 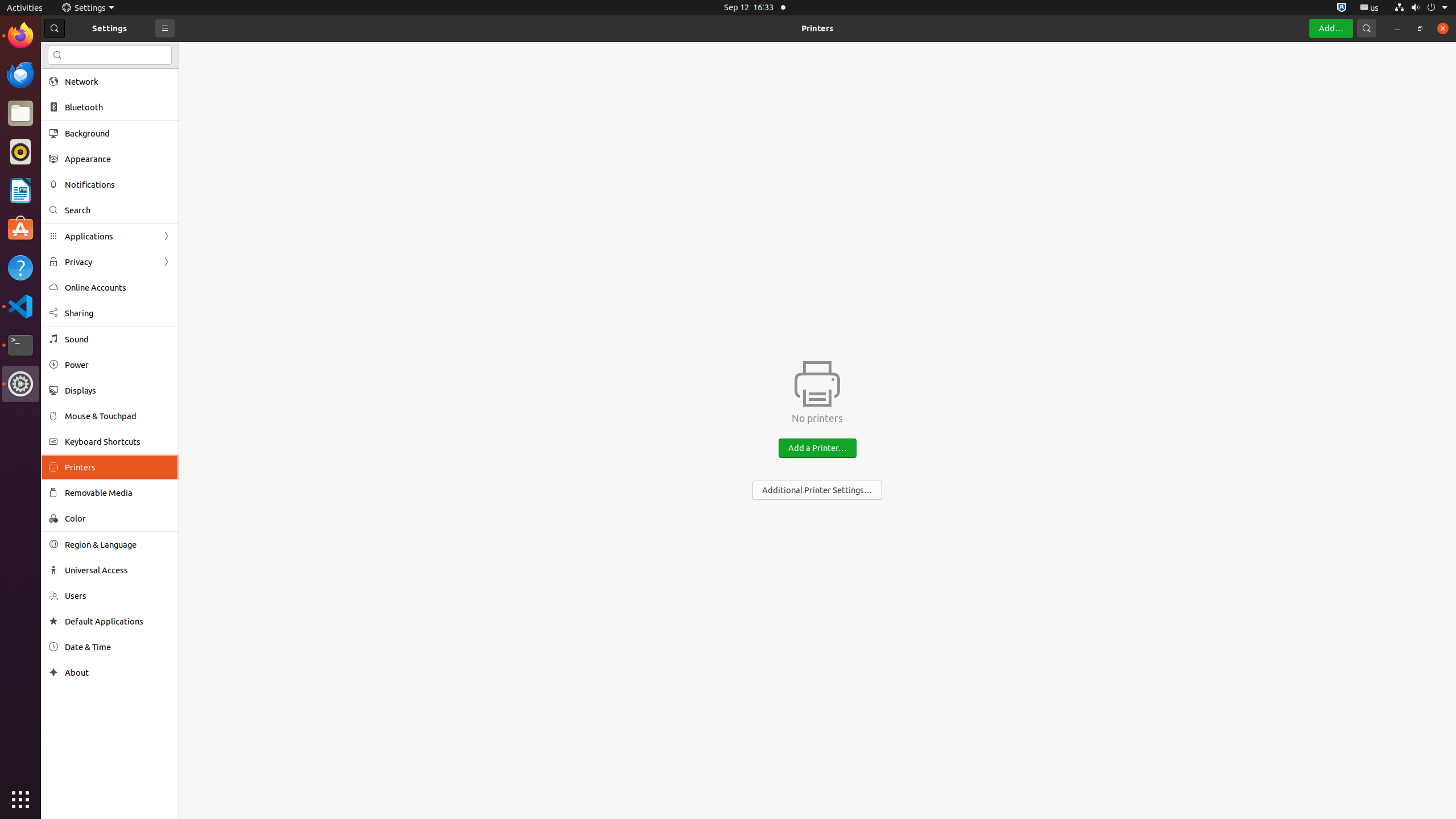 I want to click on 'Appearance', so click(x=118, y=159).